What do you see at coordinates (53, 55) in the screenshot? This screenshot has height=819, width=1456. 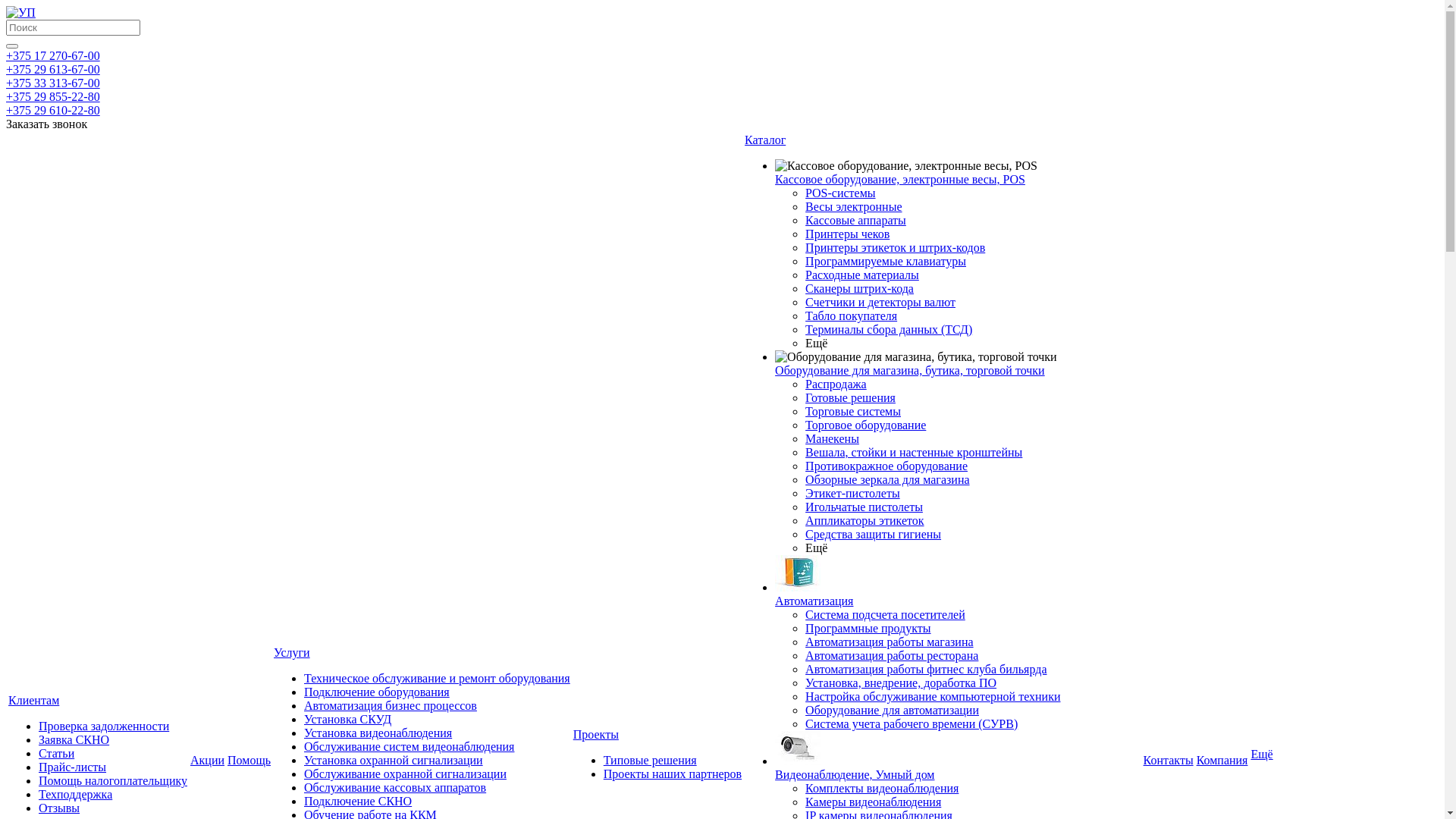 I see `'+375 17 270-67-00'` at bounding box center [53, 55].